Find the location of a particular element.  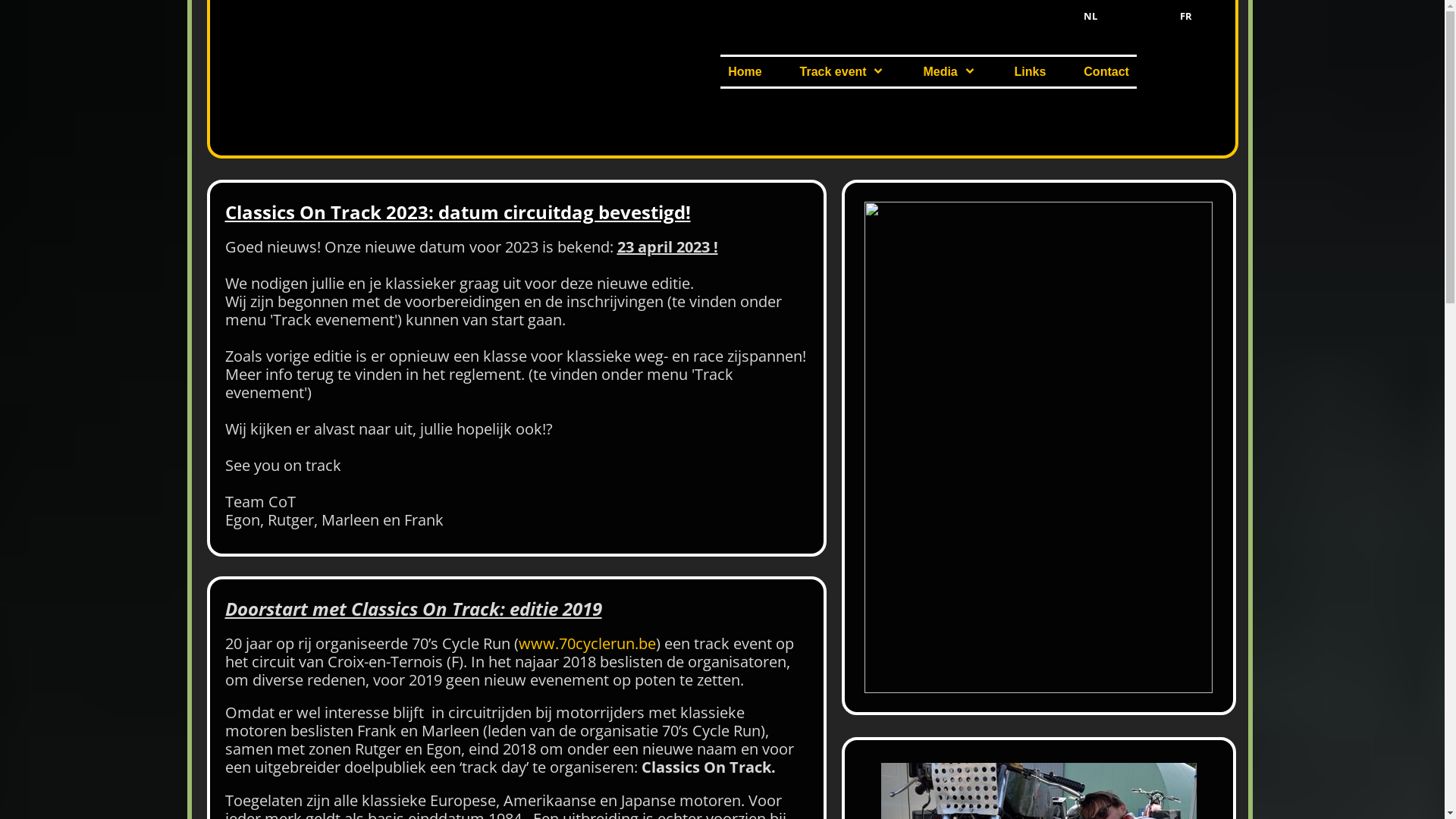

'Track event' is located at coordinates (842, 71).